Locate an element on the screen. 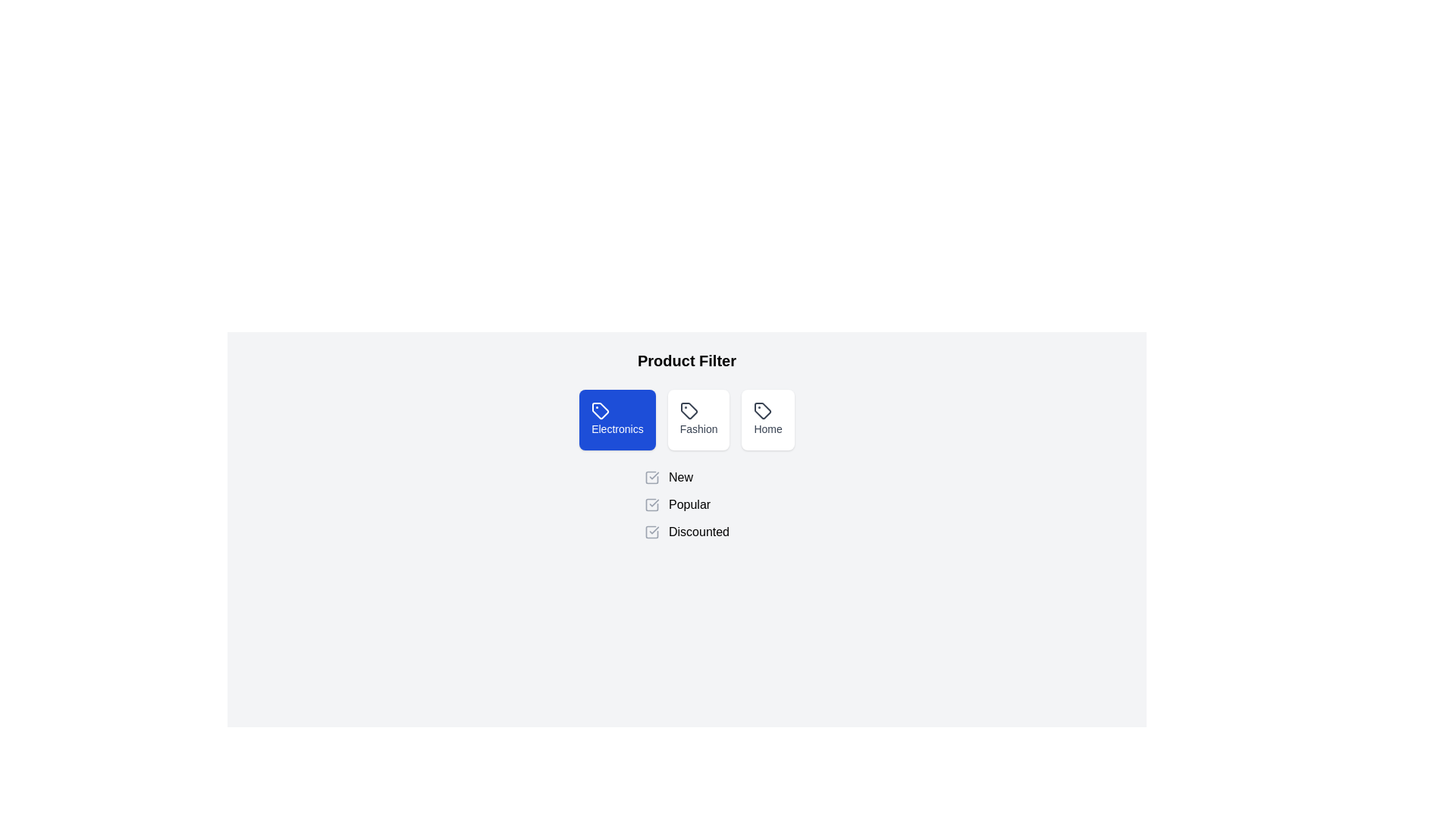 The image size is (1456, 819). the product type Electronics by clicking on its respective button is located at coordinates (617, 420).